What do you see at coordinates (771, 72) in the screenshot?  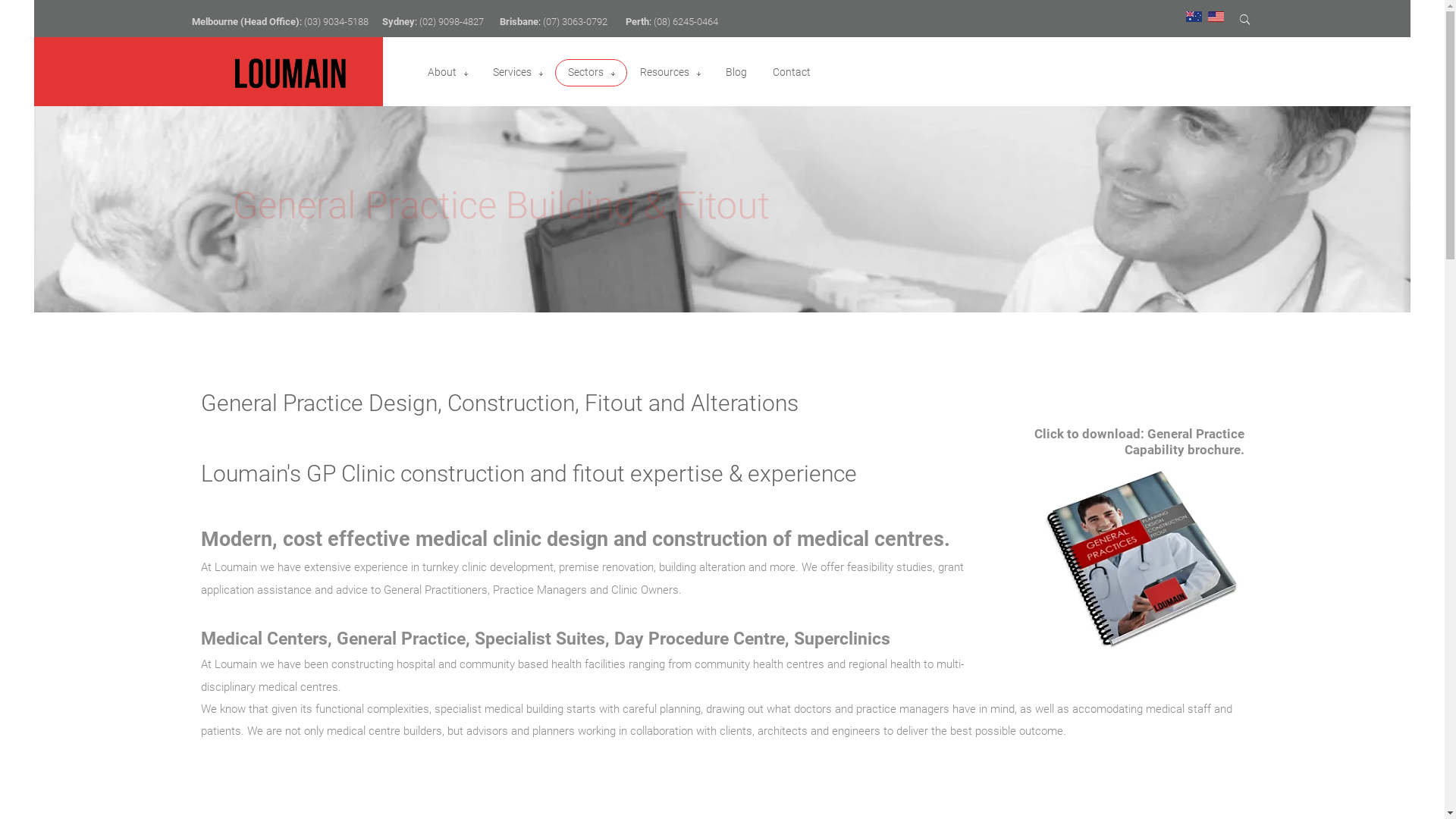 I see `'Contact'` at bounding box center [771, 72].